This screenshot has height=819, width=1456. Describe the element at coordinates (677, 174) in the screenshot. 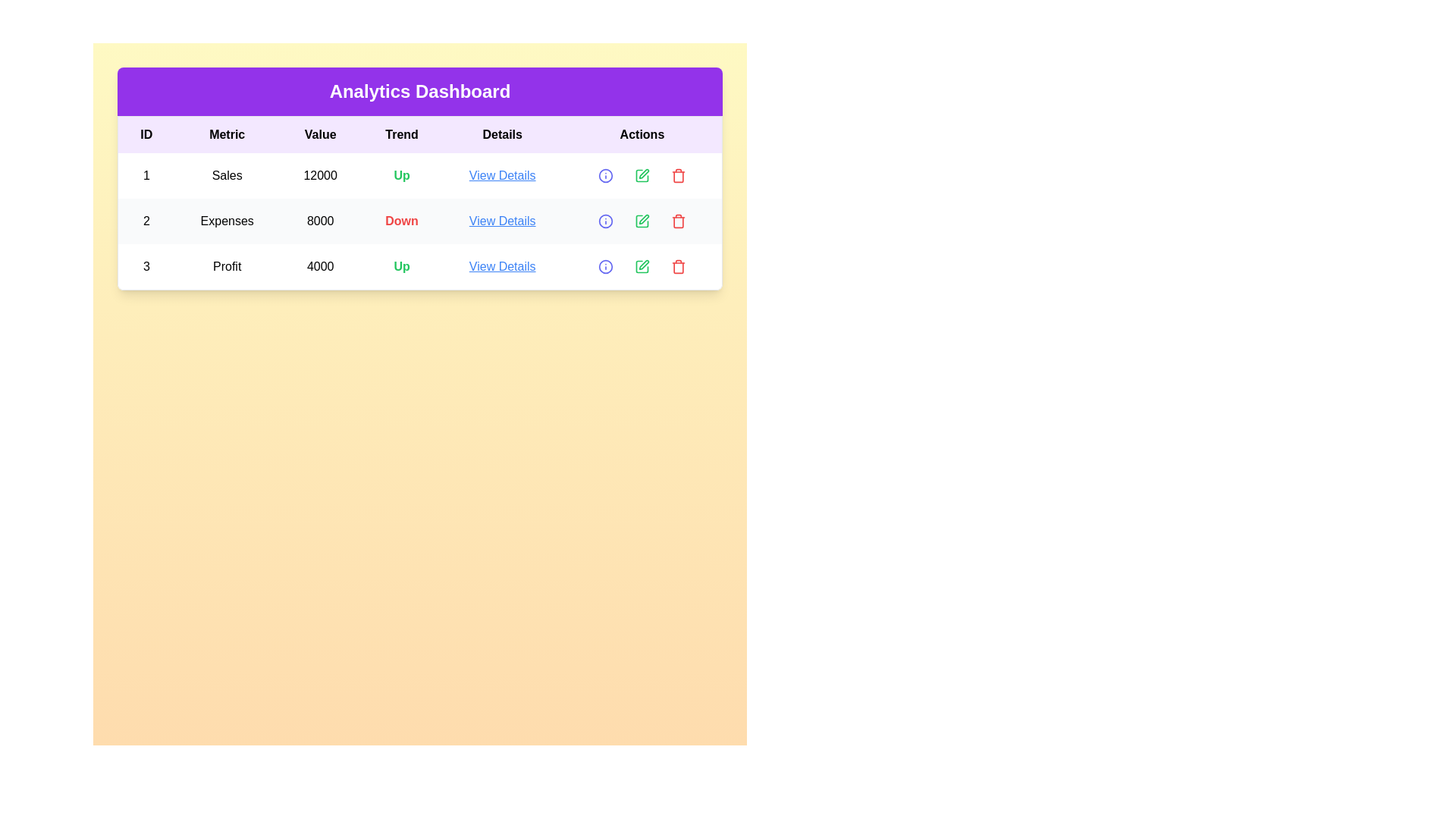

I see `the deletion button in the 'Actions' column of the data table for the 'Sales' metric to possibly display a tooltip outlining its function` at that location.